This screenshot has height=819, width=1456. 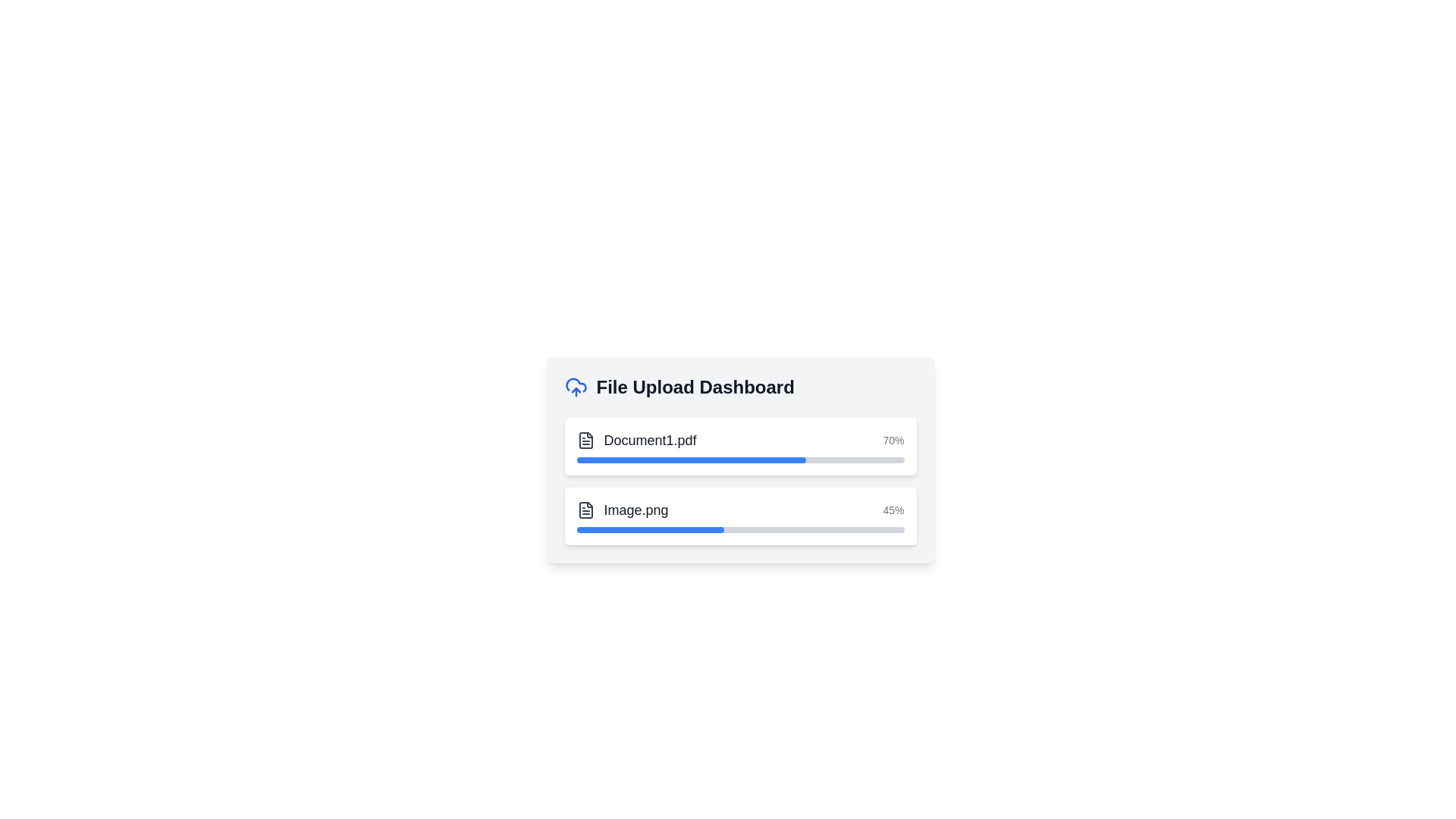 I want to click on the heading or text label that indicates the purpose of the file upload dashboard, which is positioned to the right of the cloud upload icon and above the file progress bars, so click(x=695, y=386).